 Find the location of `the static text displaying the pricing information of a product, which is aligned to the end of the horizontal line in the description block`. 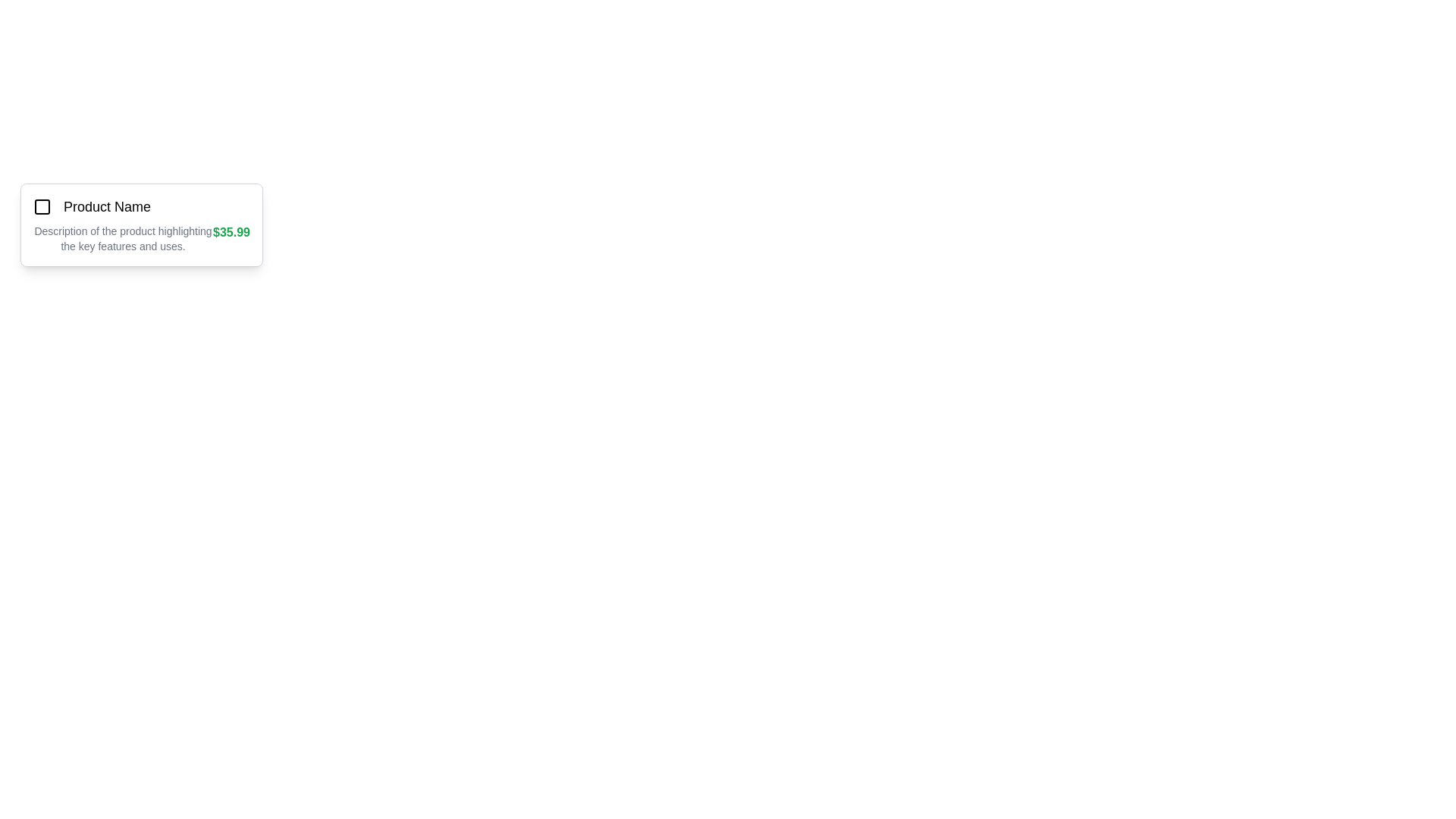

the static text displaying the pricing information of a product, which is aligned to the end of the horizontal line in the description block is located at coordinates (231, 239).